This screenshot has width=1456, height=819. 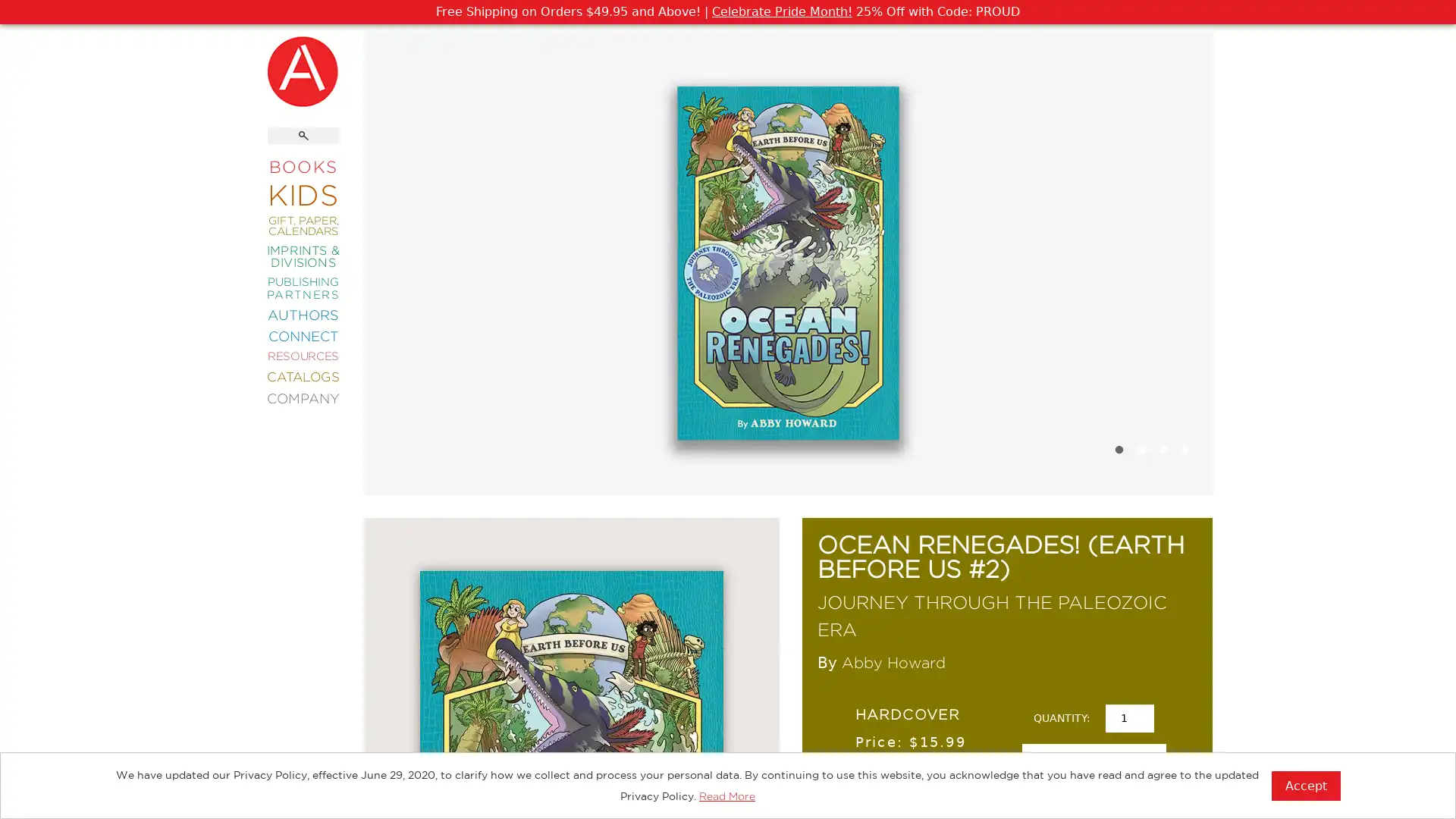 I want to click on Accept?, so click(x=1305, y=785).